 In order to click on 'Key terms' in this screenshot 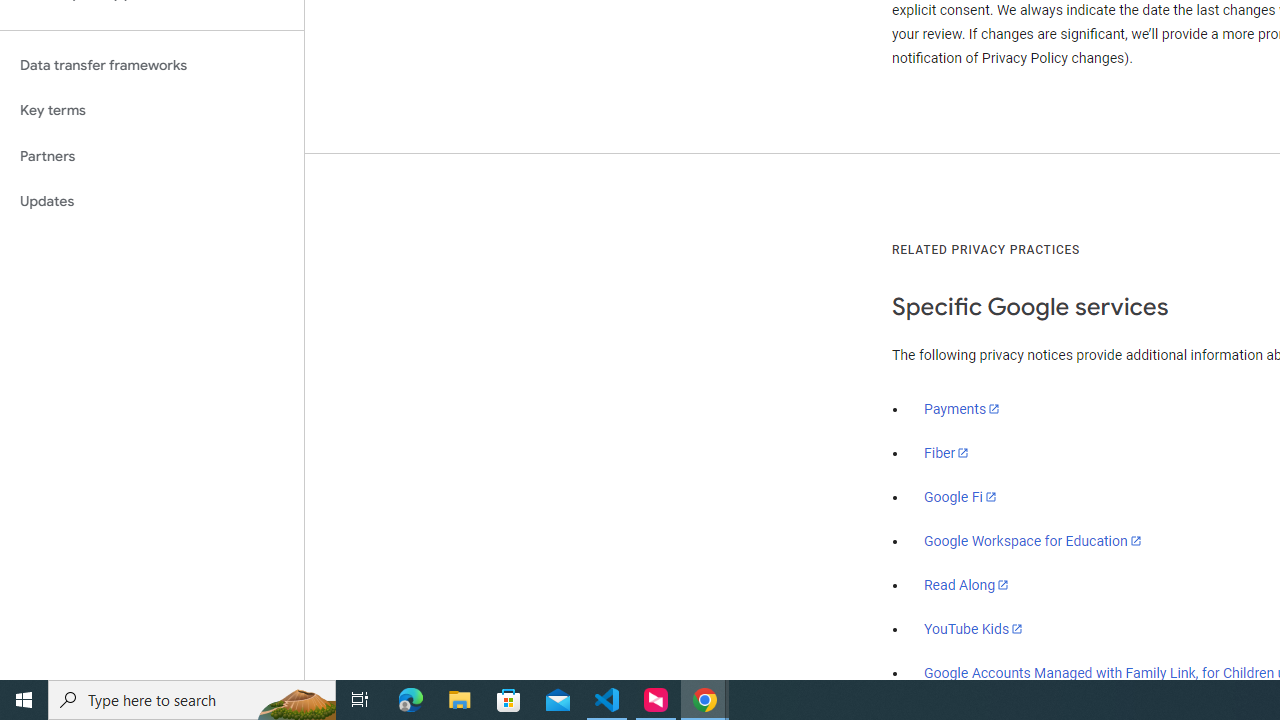, I will do `click(151, 110)`.